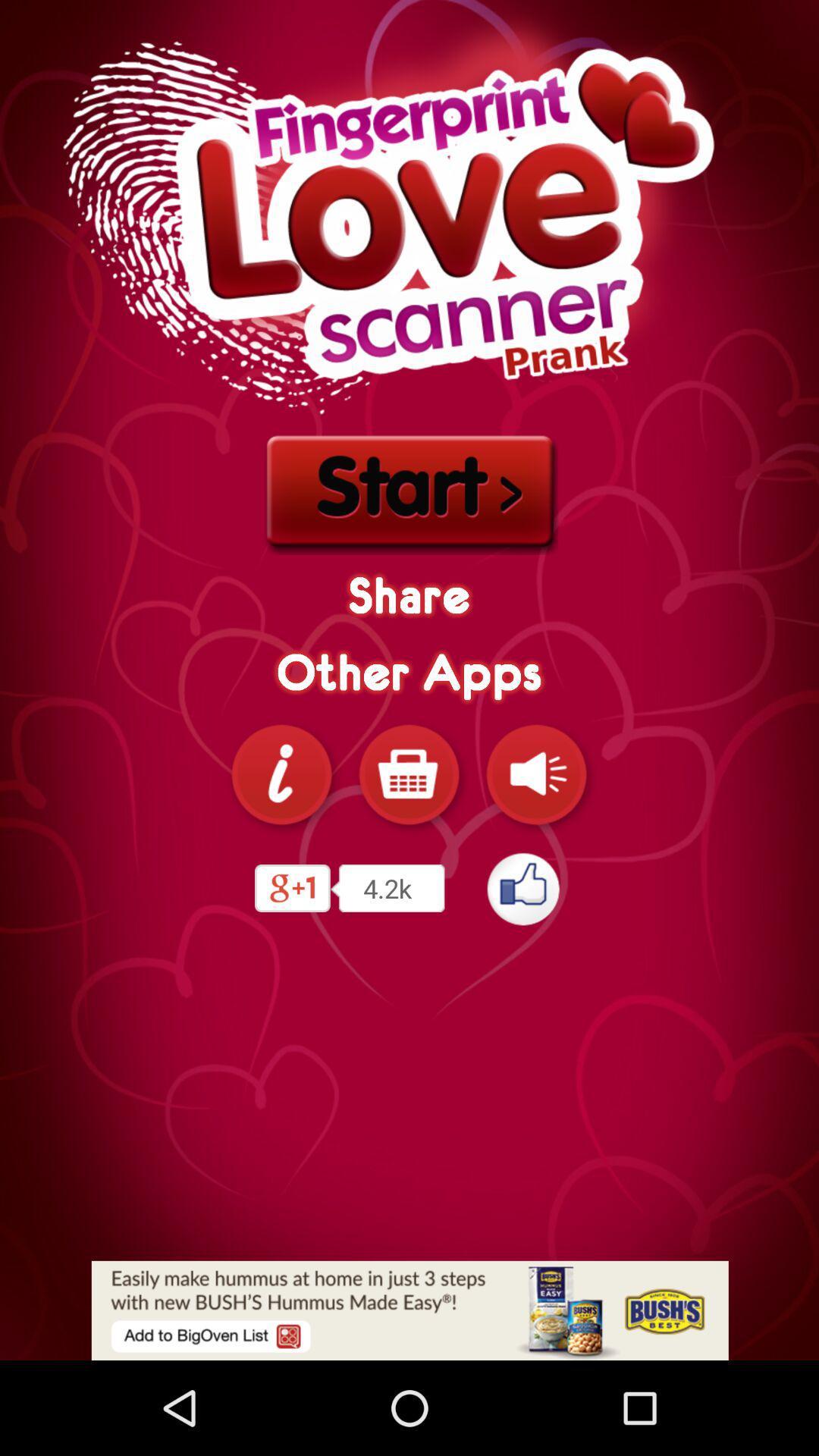  I want to click on shows sound icon, so click(536, 774).